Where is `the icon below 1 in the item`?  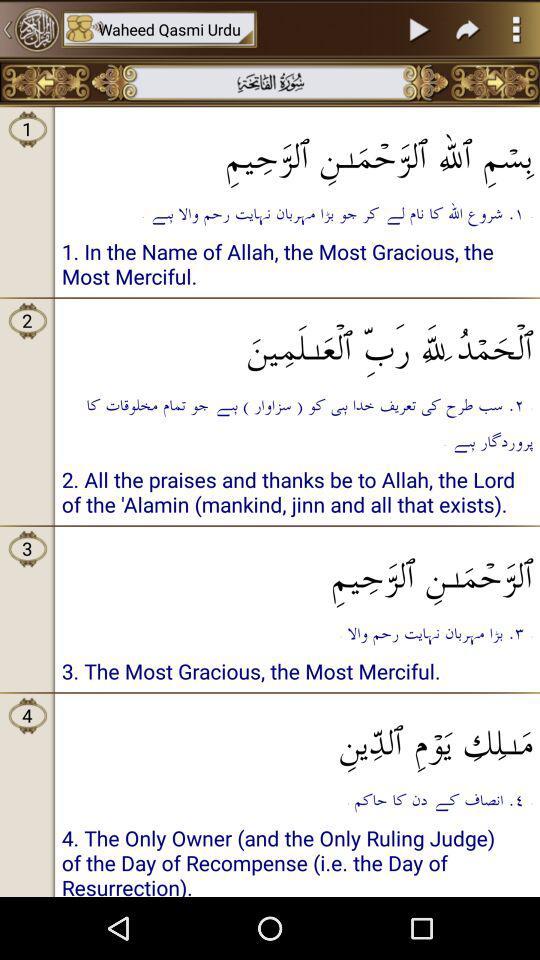
the icon below 1 in the item is located at coordinates (296, 342).